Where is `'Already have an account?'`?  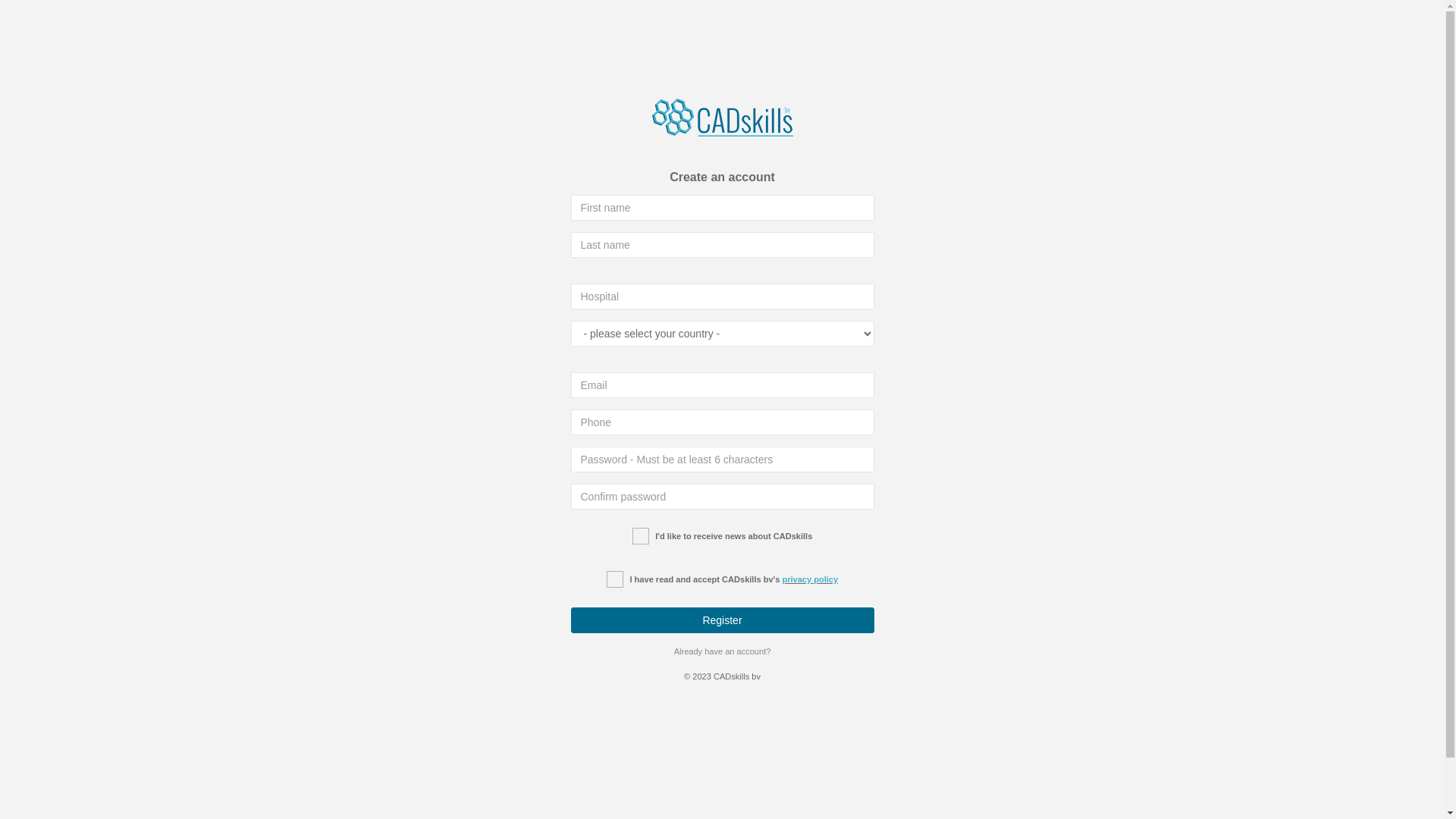 'Already have an account?' is located at coordinates (722, 650).